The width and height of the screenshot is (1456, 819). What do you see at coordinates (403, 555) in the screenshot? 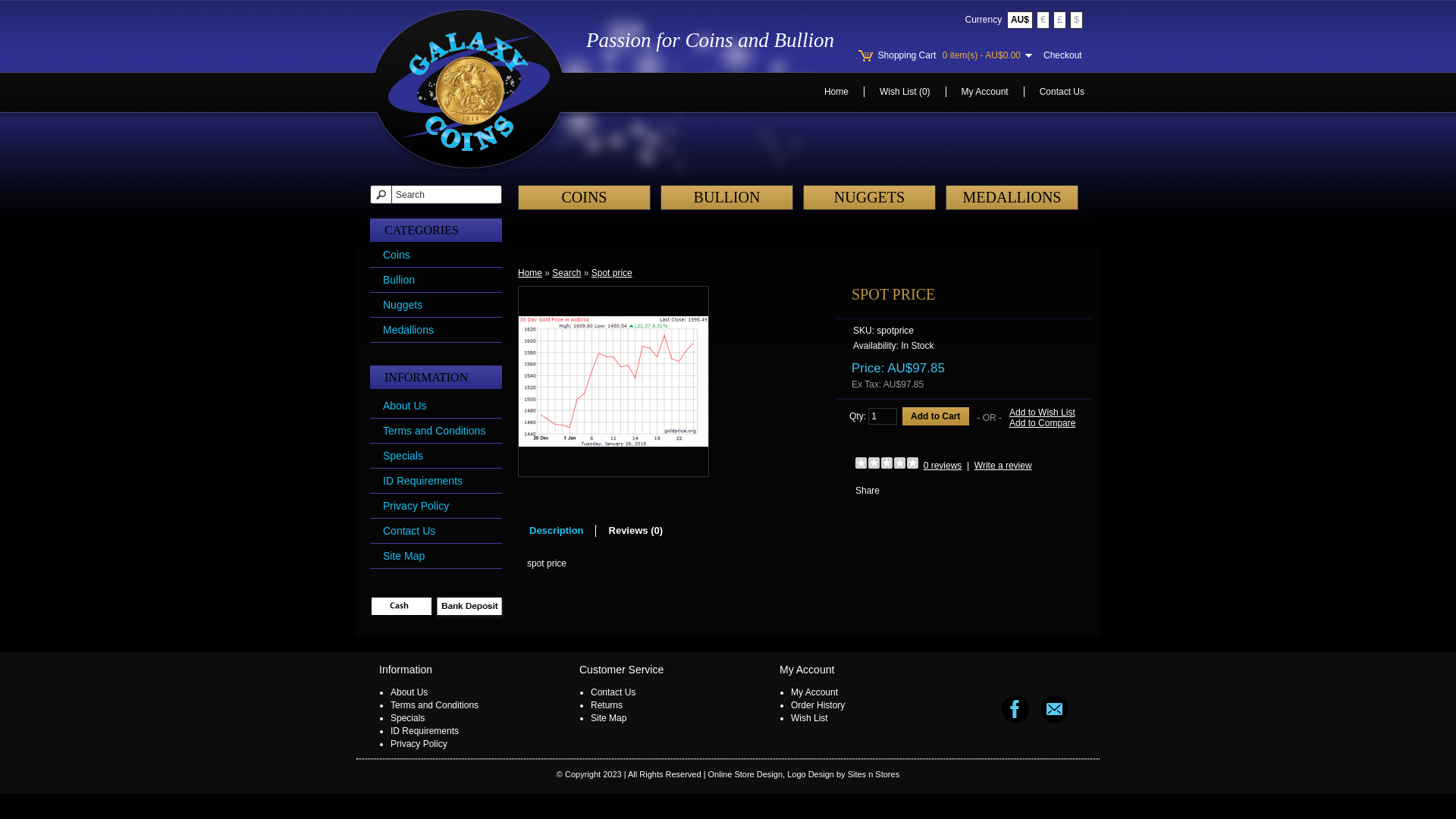
I see `'Site Map'` at bounding box center [403, 555].